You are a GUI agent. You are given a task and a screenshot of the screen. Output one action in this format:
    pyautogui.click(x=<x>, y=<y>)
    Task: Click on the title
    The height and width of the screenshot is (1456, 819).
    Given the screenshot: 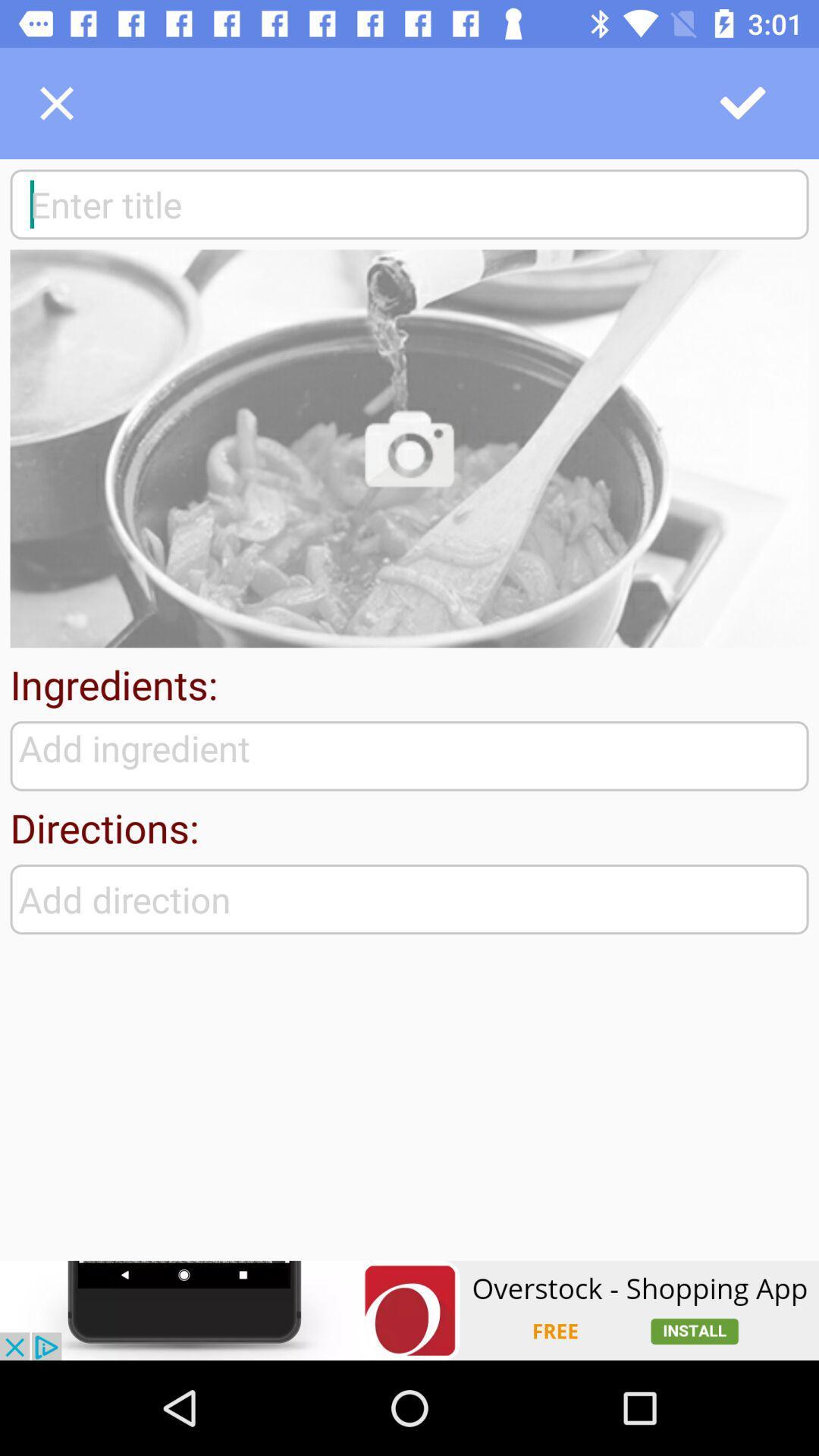 What is the action you would take?
    pyautogui.click(x=409, y=203)
    